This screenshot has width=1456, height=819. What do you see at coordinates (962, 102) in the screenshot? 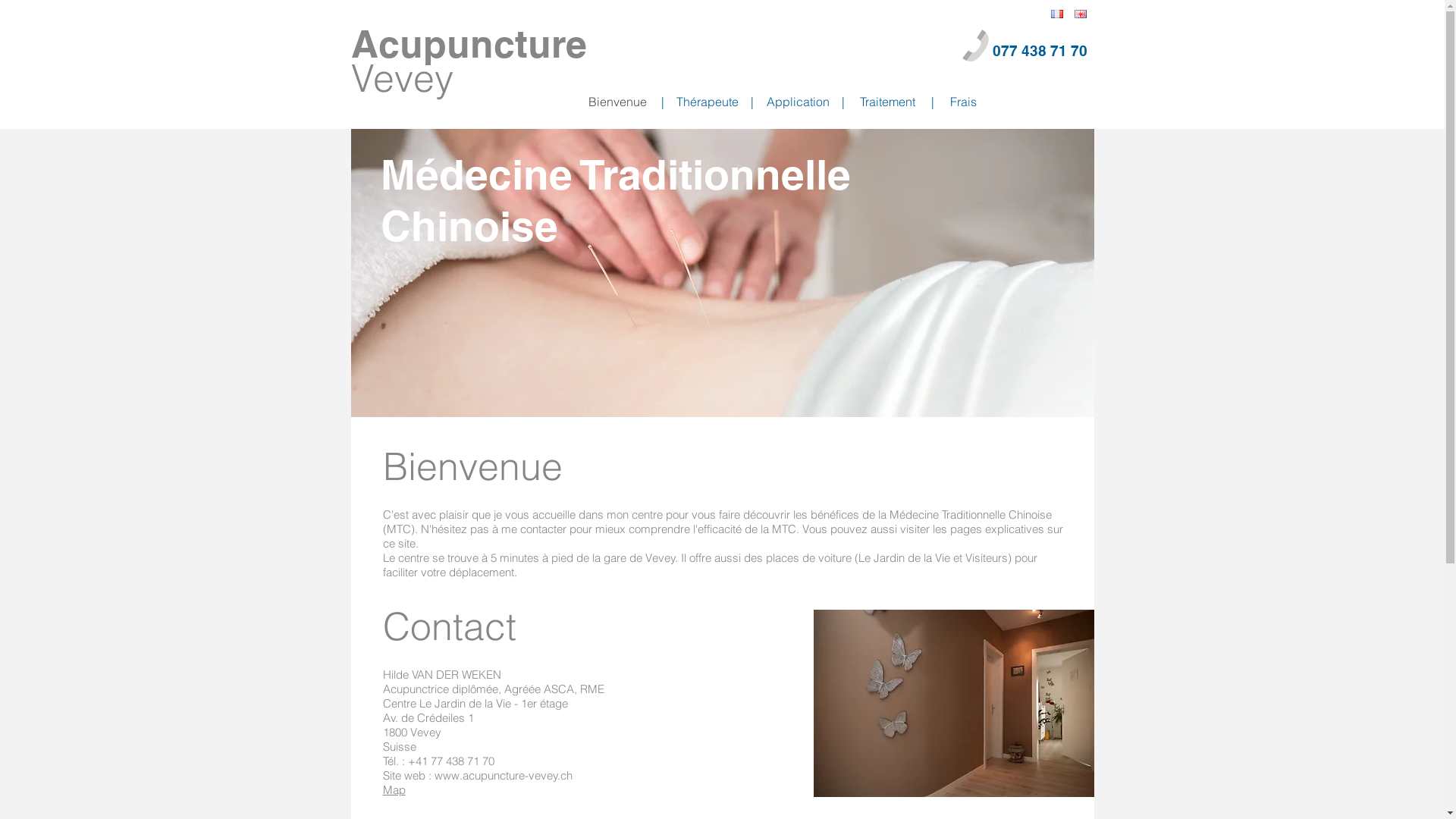
I see `'Frais'` at bounding box center [962, 102].